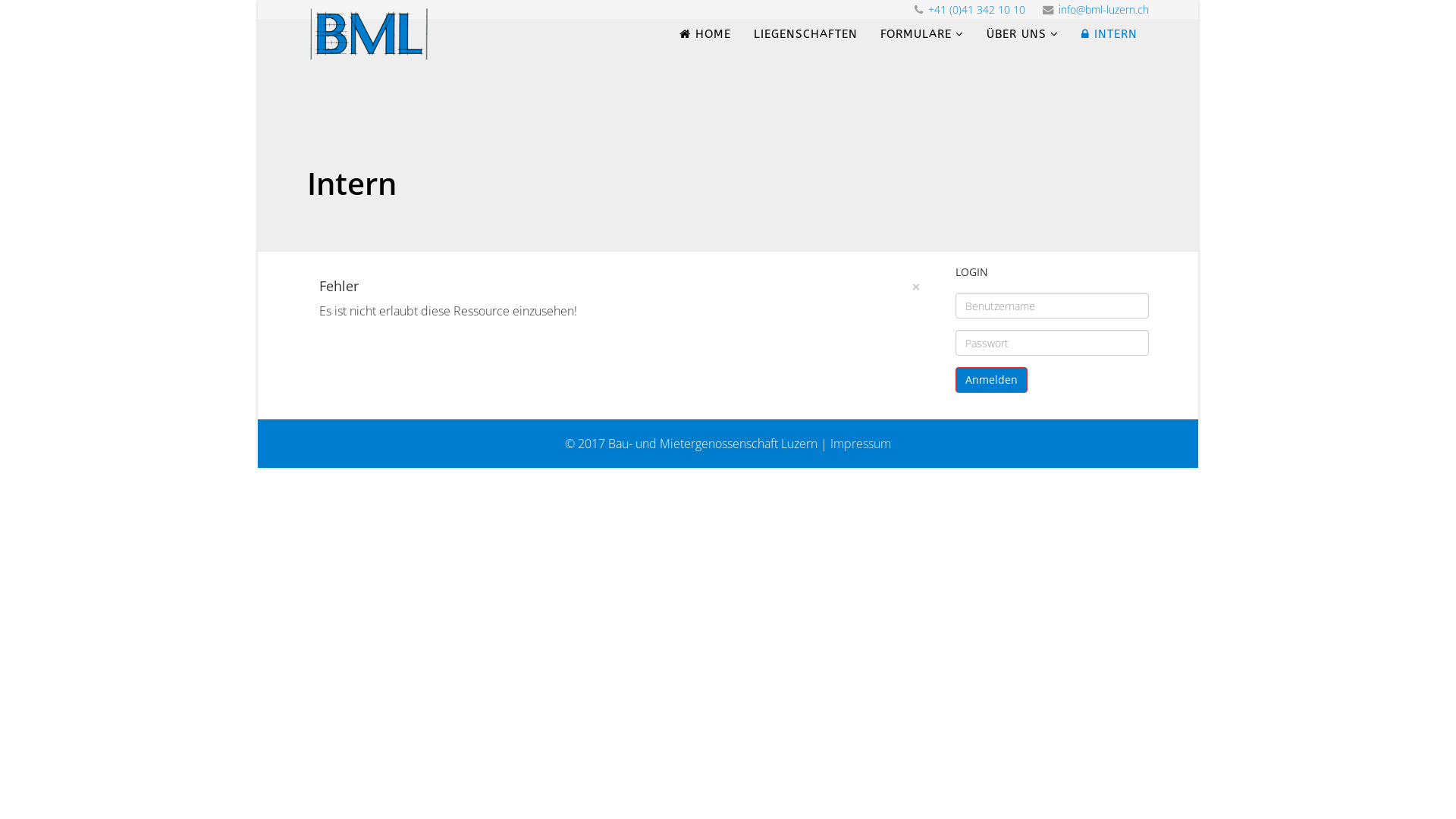 This screenshot has height=819, width=1456. I want to click on 'FORMULARE', so click(921, 34).